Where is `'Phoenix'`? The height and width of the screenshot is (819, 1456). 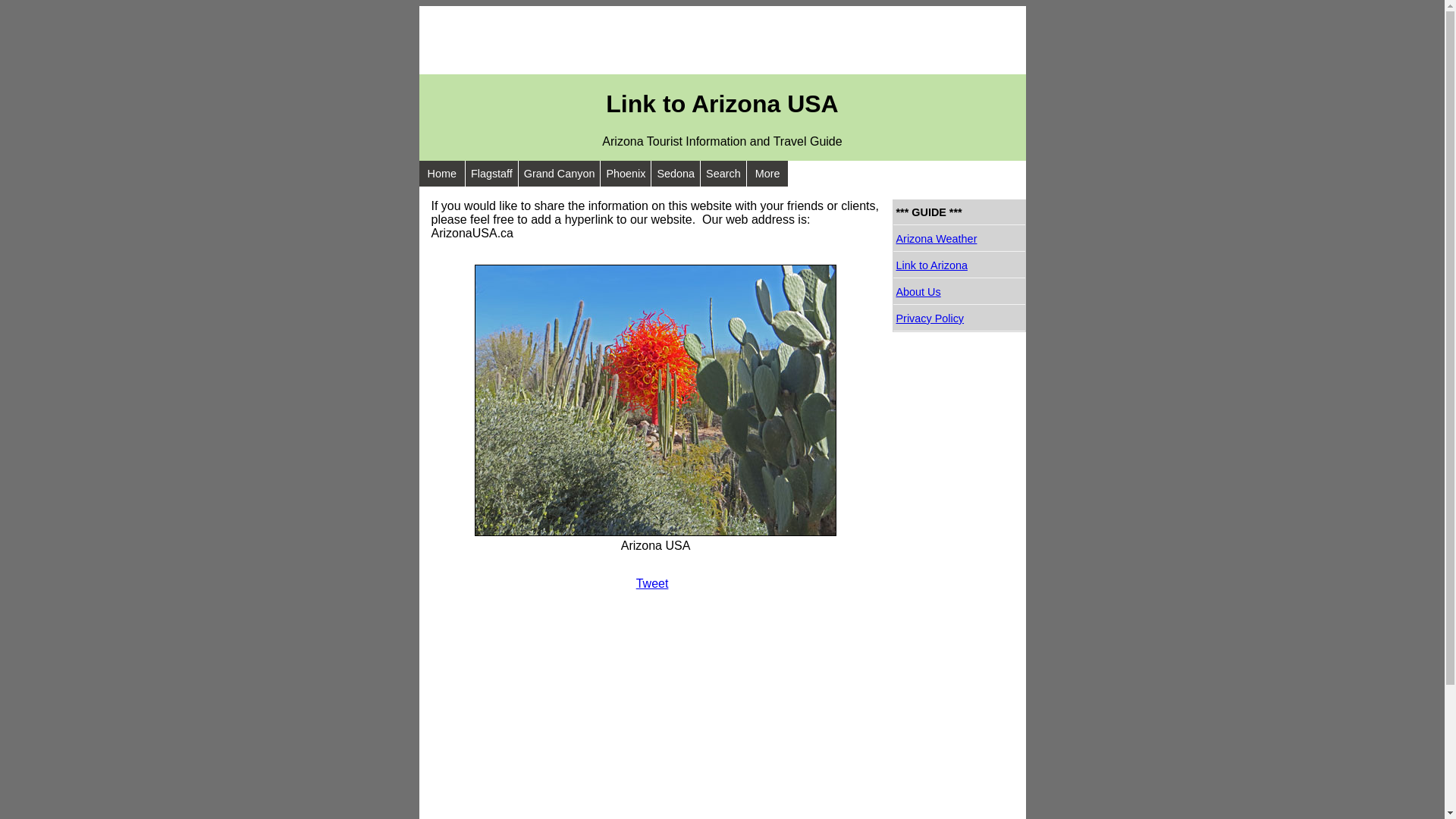
'Phoenix' is located at coordinates (626, 172).